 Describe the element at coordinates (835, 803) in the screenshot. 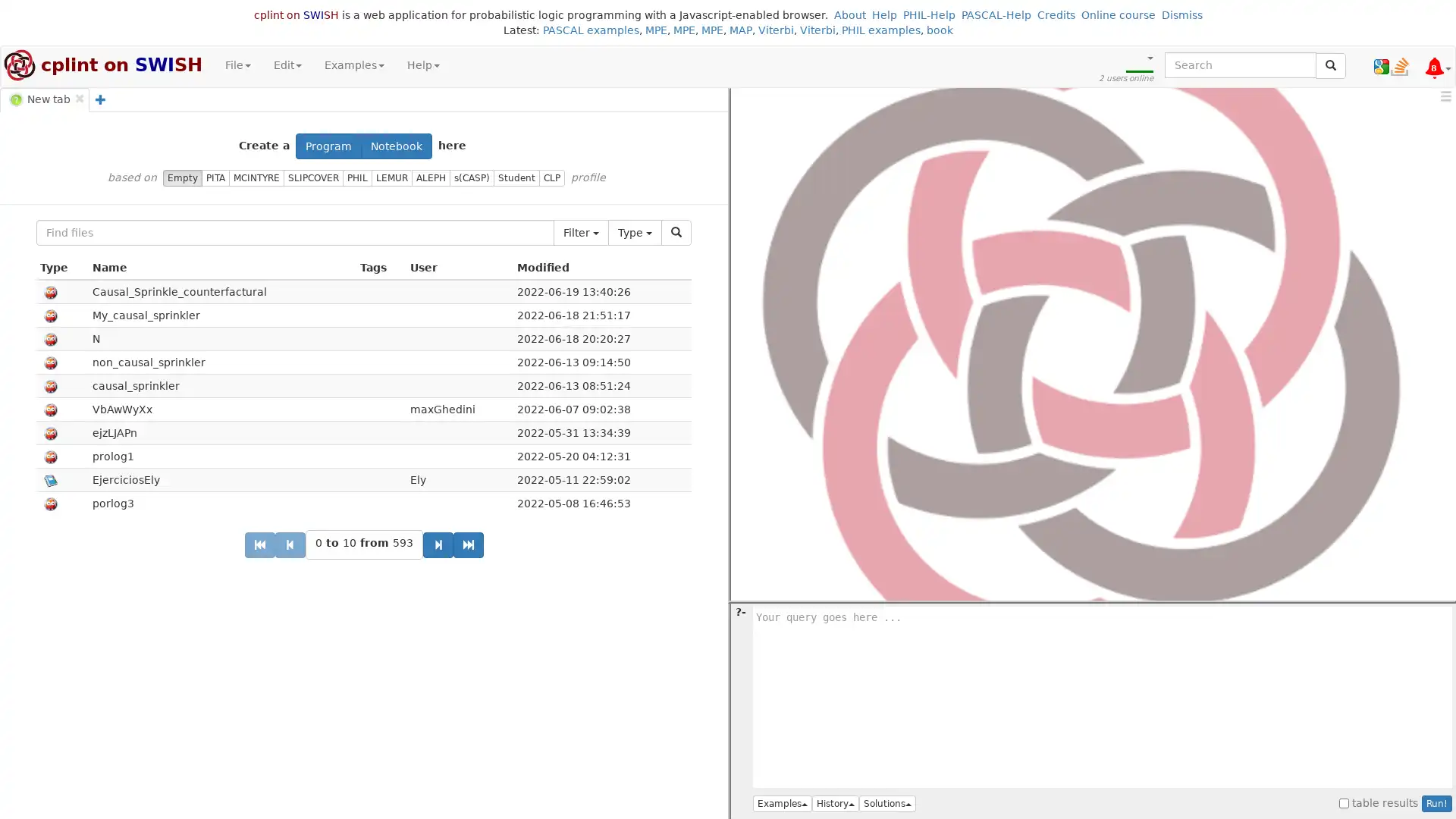

I see `History` at that location.